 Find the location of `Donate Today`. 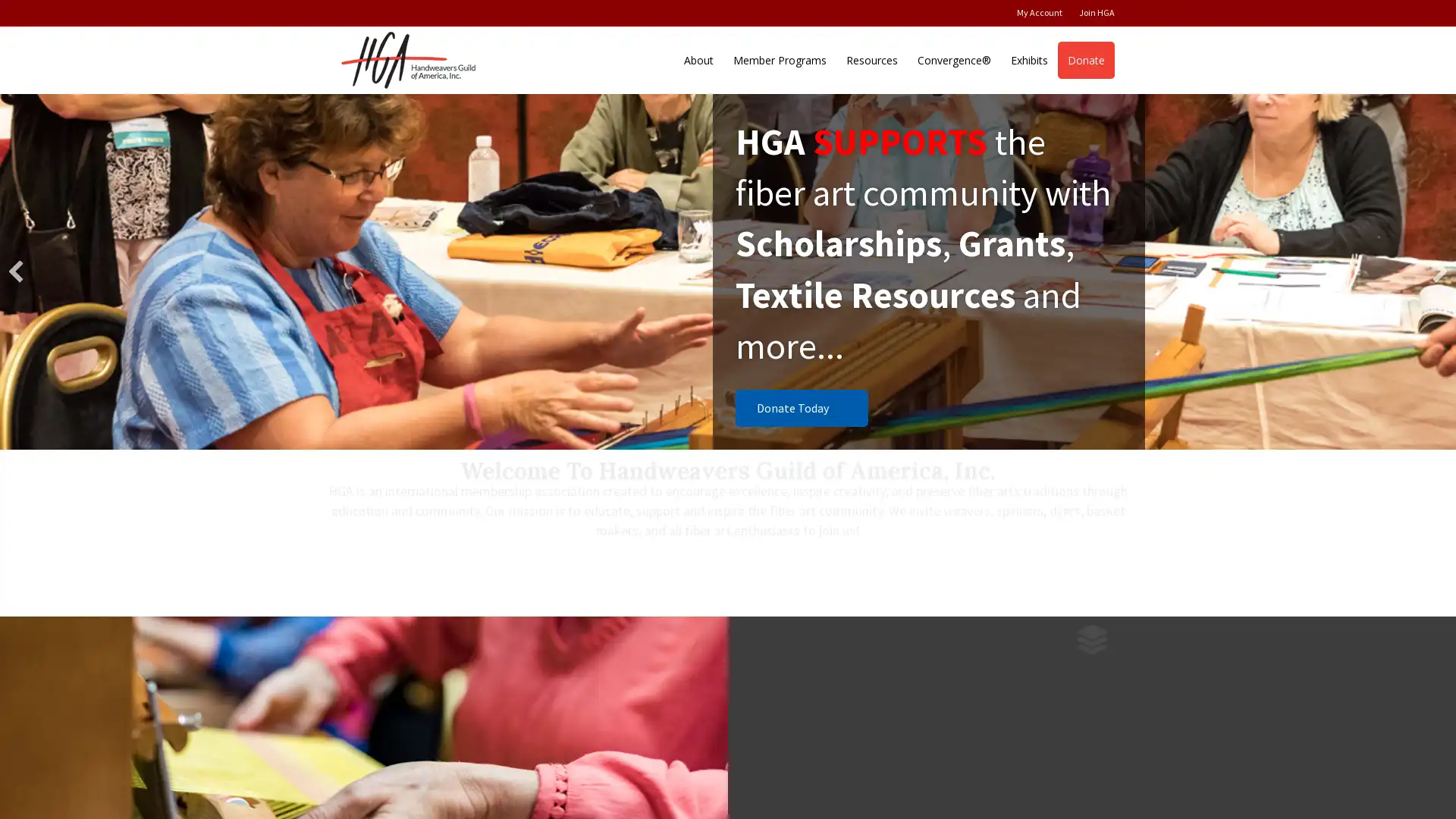

Donate Today is located at coordinates (801, 406).